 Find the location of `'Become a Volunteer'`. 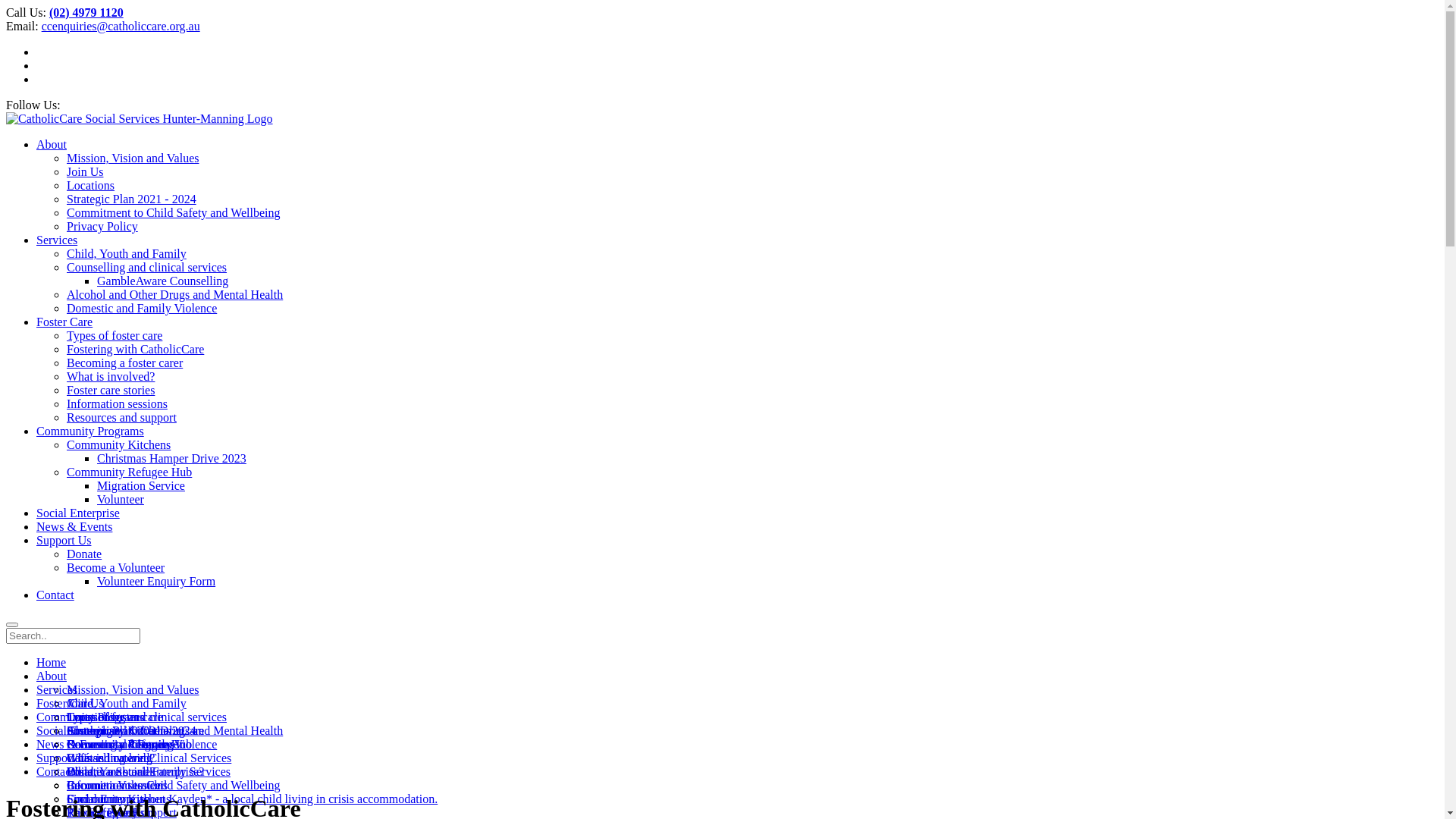

'Become a Volunteer' is located at coordinates (65, 785).